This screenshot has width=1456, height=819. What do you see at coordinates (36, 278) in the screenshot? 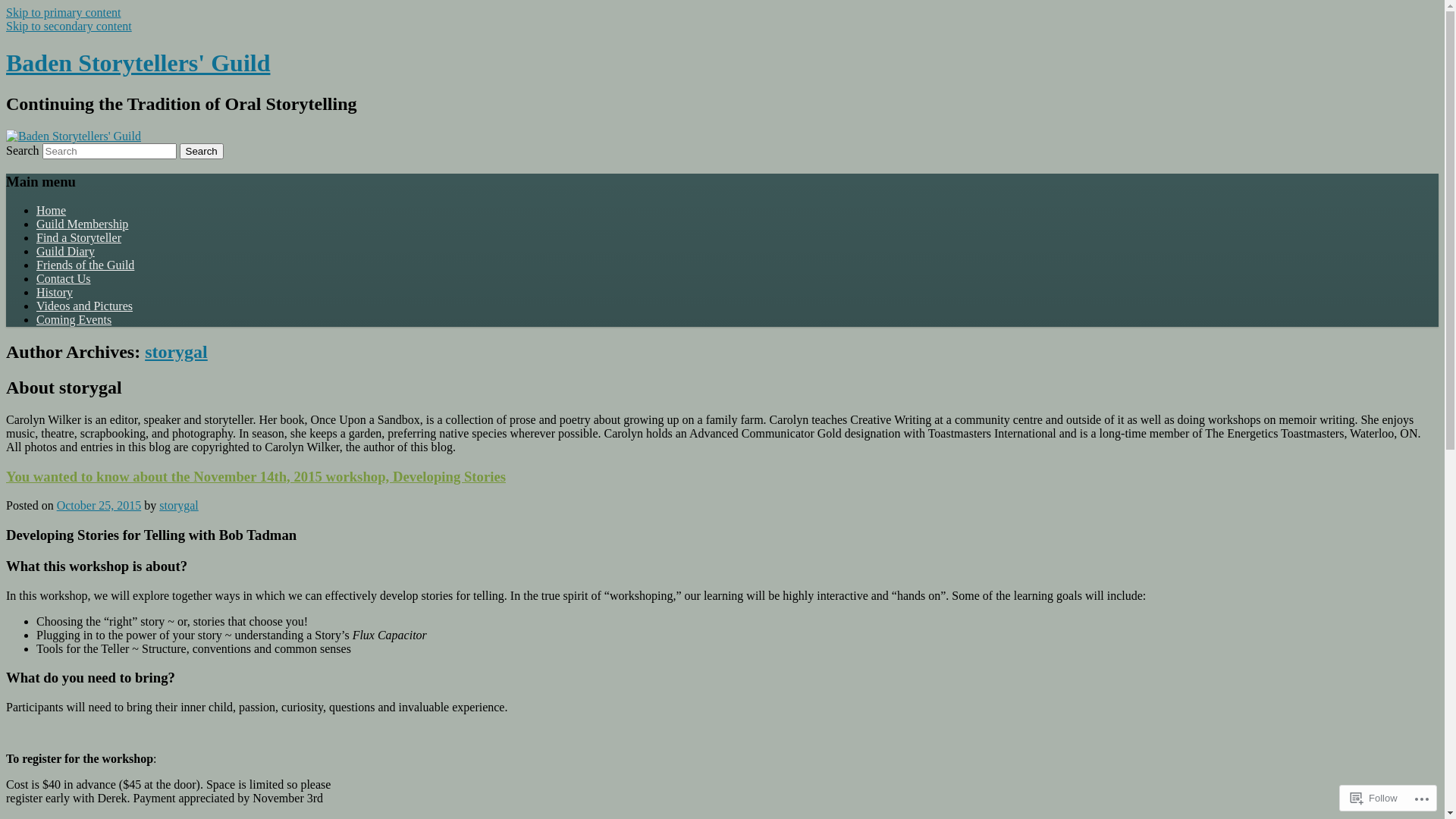
I see `'Contact Us'` at bounding box center [36, 278].